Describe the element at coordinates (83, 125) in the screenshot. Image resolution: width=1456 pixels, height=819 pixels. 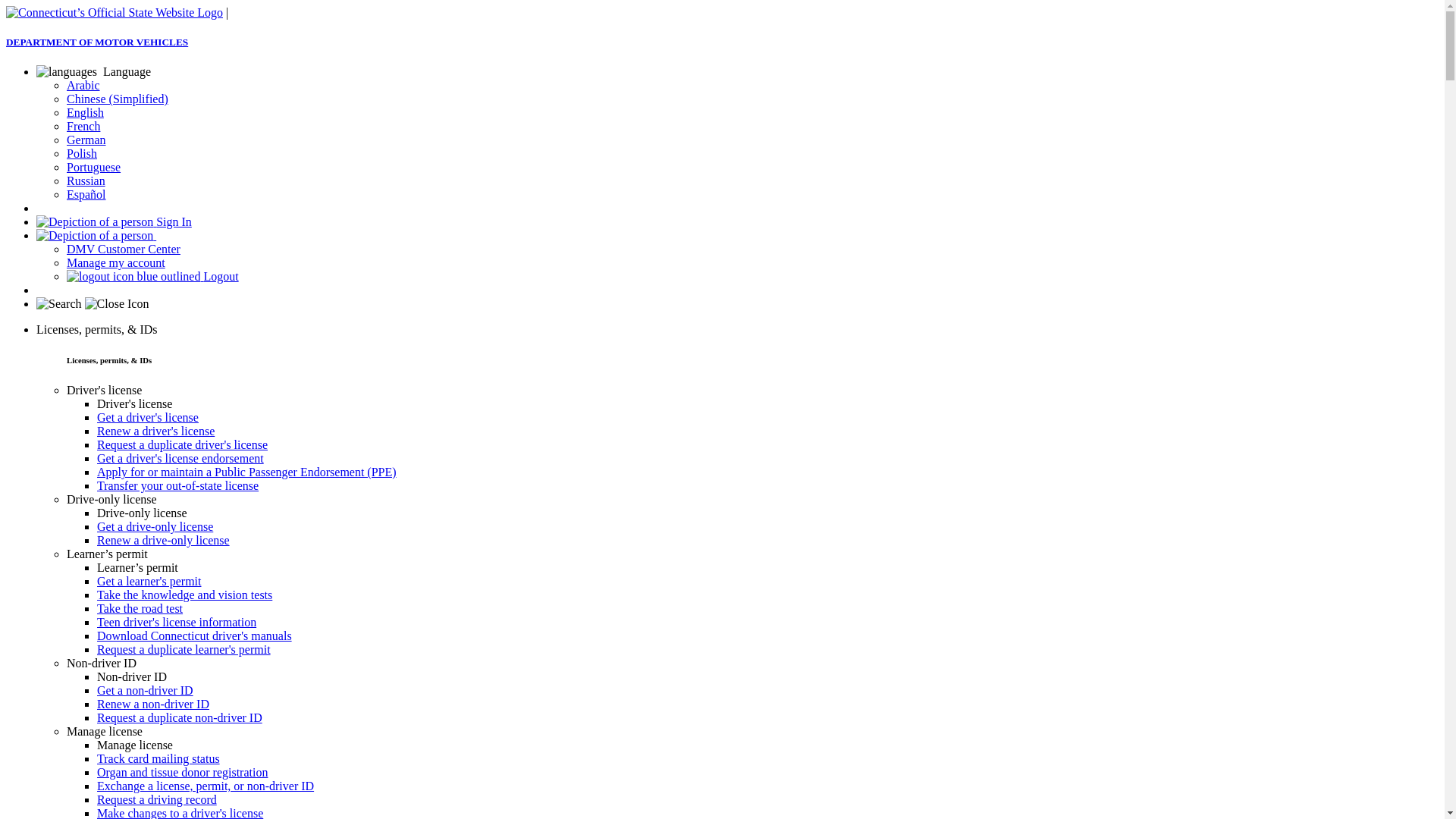
I see `'French'` at that location.